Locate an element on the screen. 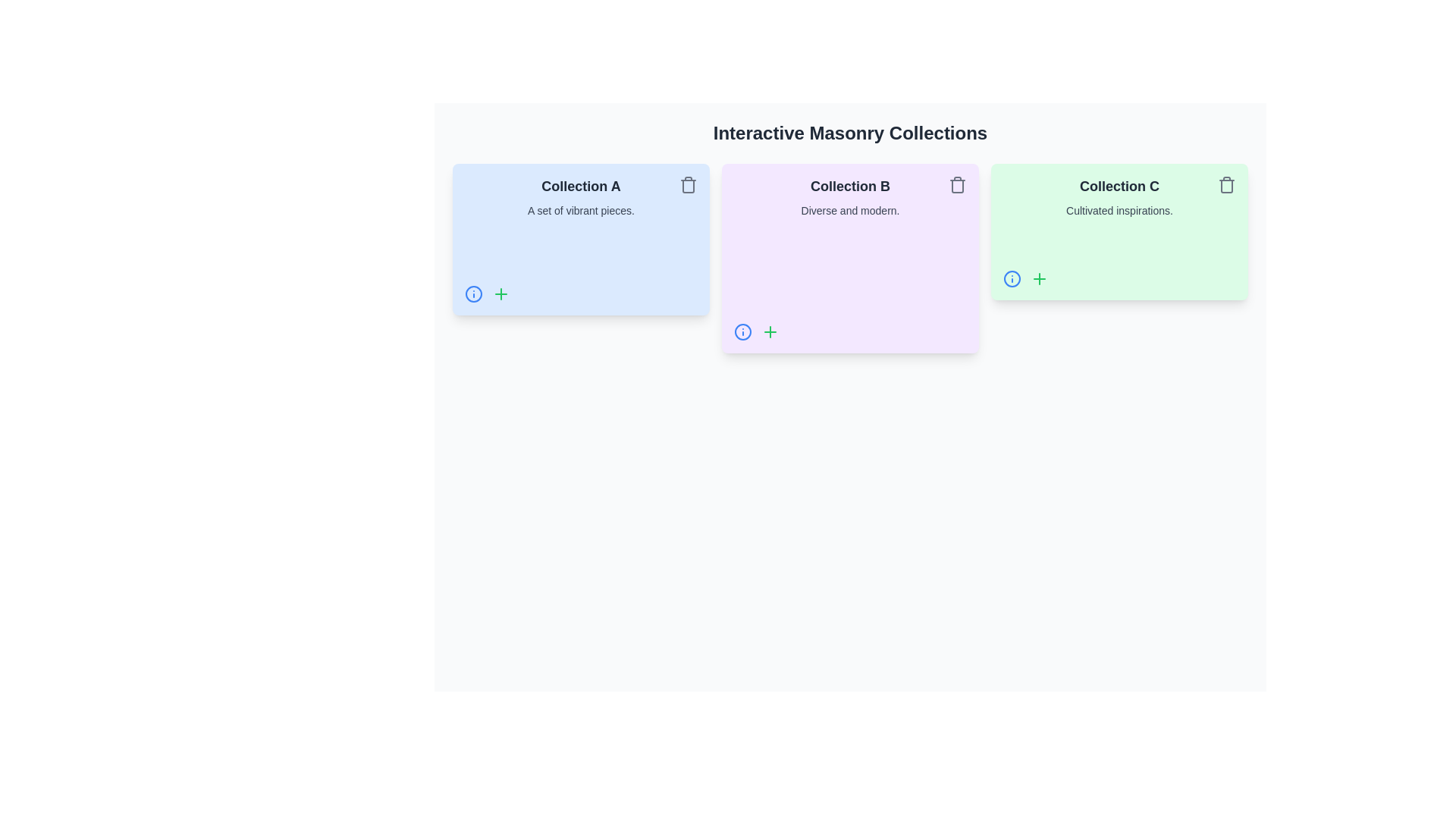 The image size is (1456, 819). text displayed in the text display element that has a light blue background, containing 'Collection A' in bold and 'A set of vibrant pieces.' in a lighter font is located at coordinates (580, 196).